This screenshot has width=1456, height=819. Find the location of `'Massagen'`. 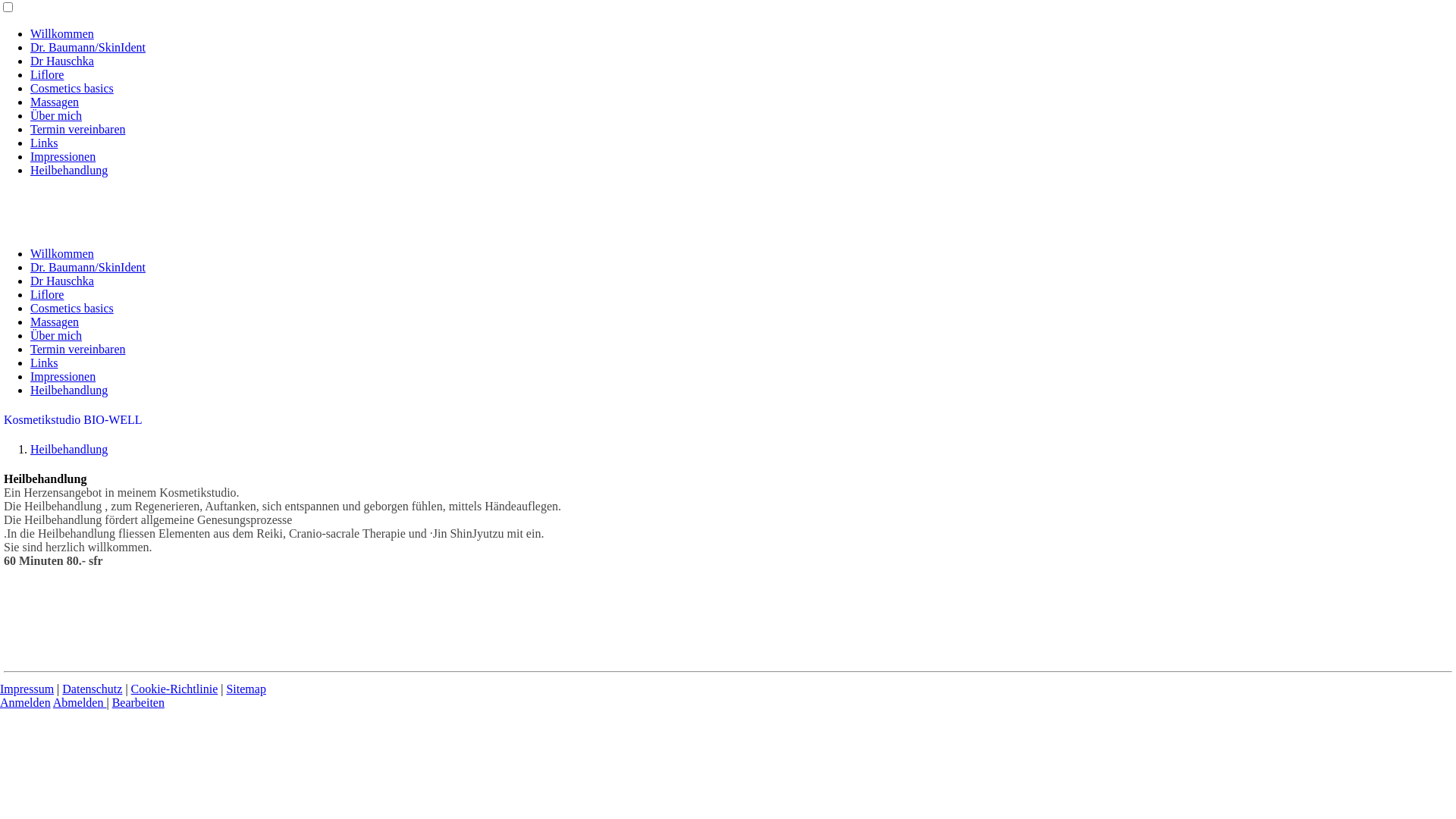

'Massagen' is located at coordinates (55, 102).